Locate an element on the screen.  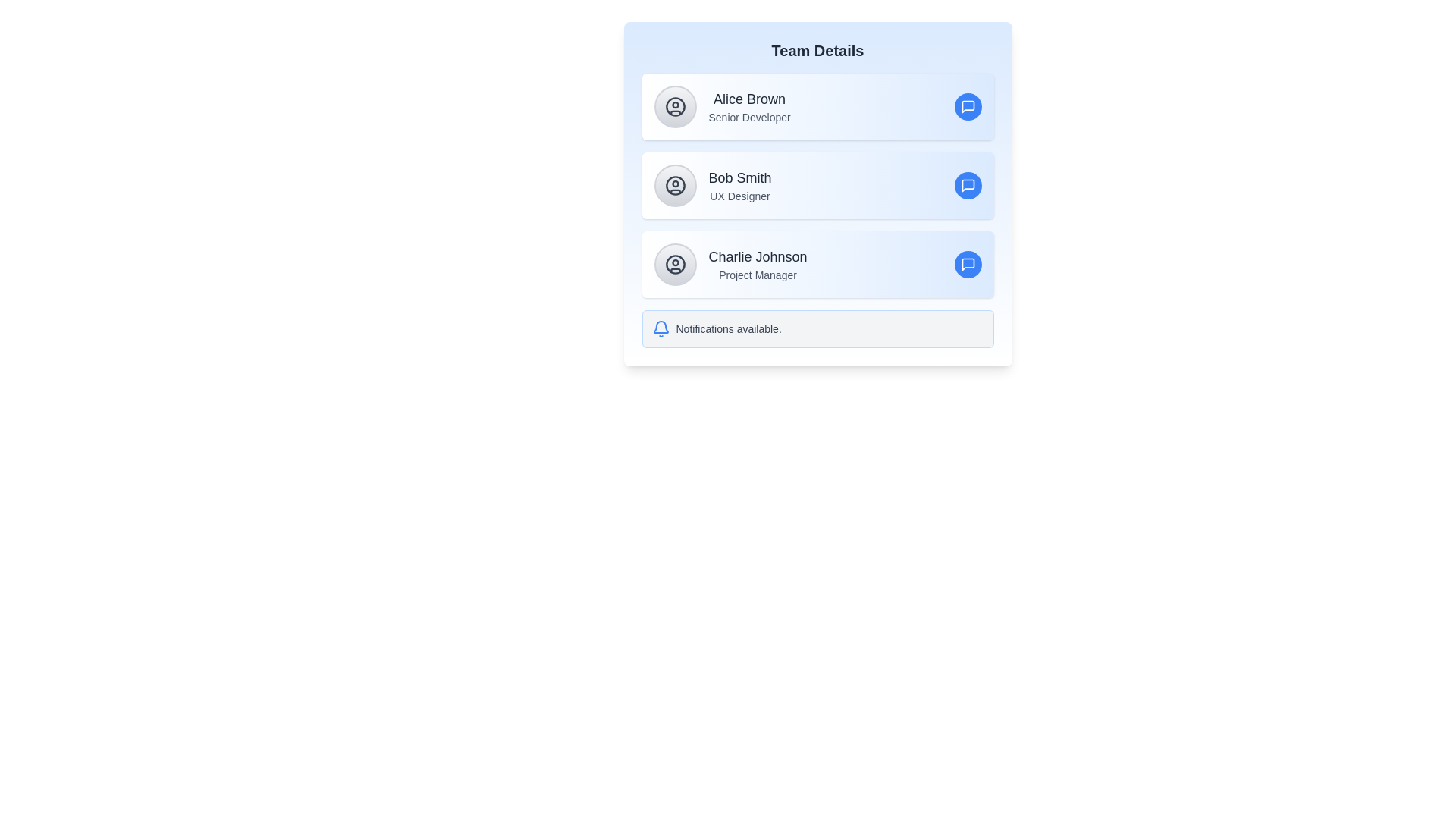
the blue rounded button with a white speech bubble icon associated with 'Charlie Johnson' in the 'Team Details' interface is located at coordinates (967, 263).